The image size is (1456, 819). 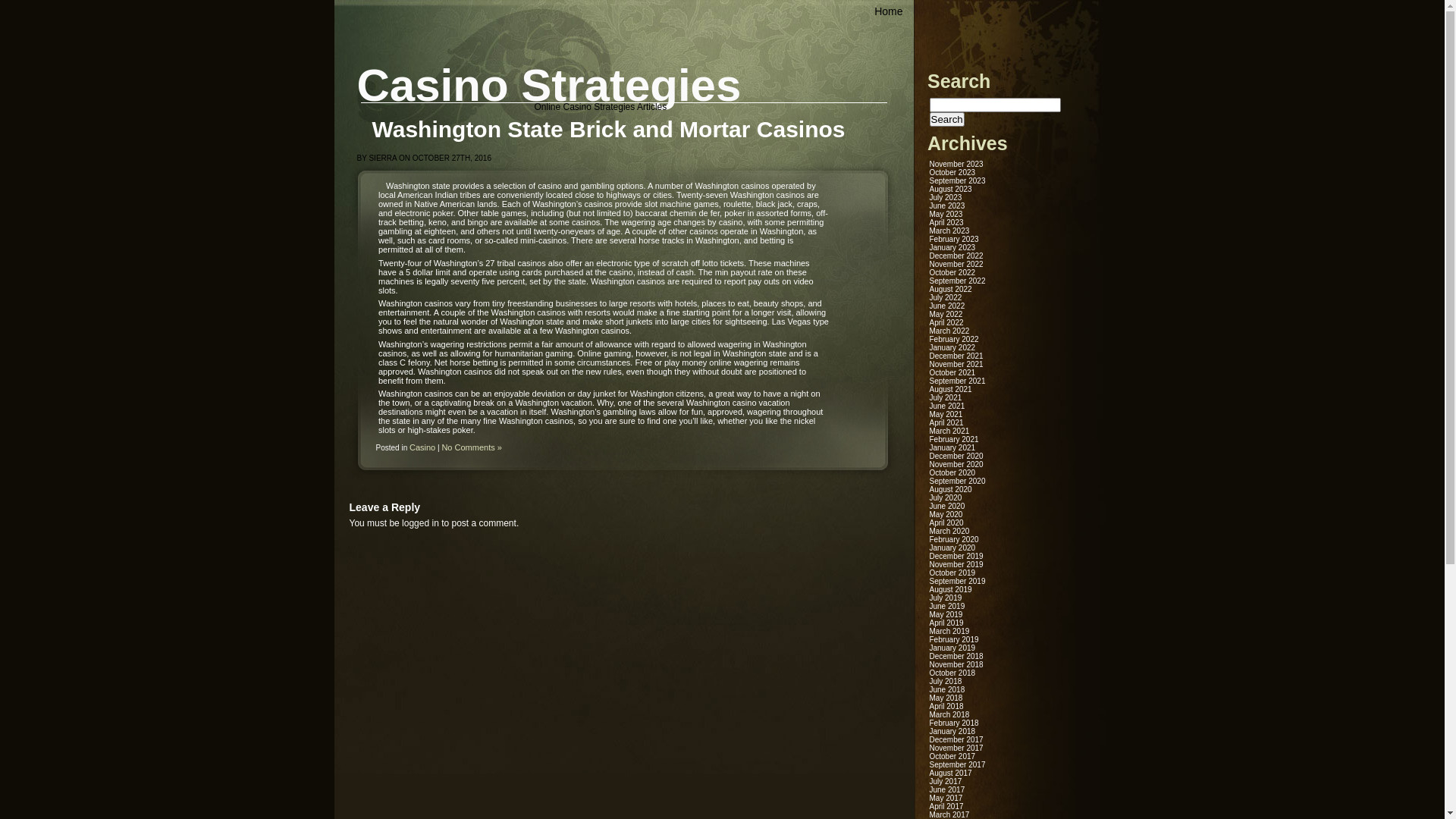 What do you see at coordinates (945, 497) in the screenshot?
I see `'July 2020'` at bounding box center [945, 497].